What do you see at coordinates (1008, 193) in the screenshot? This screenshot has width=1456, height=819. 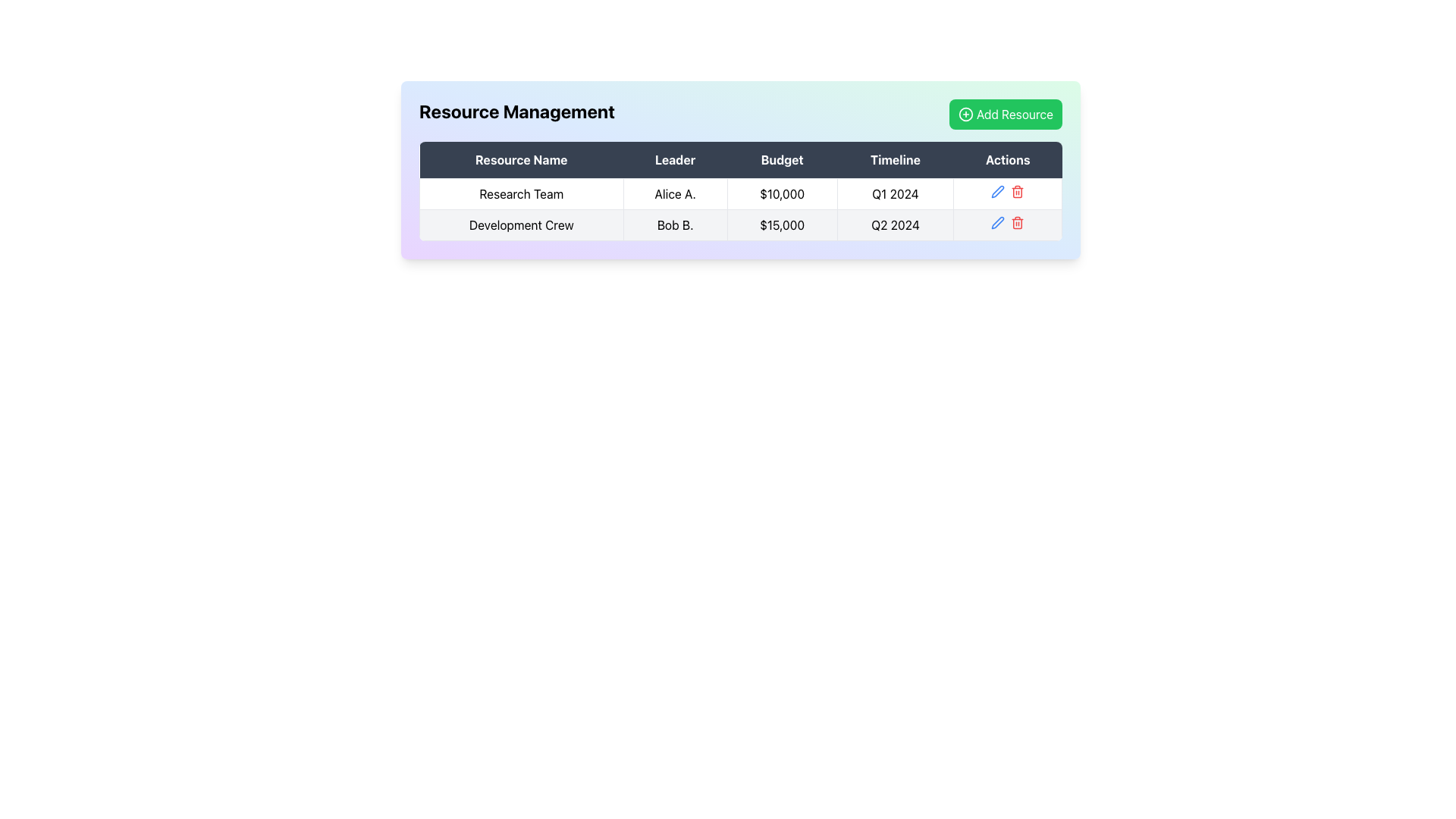 I see `the red trash can icon in the 'Actions' column of the table for the 'Research Team' row` at bounding box center [1008, 193].